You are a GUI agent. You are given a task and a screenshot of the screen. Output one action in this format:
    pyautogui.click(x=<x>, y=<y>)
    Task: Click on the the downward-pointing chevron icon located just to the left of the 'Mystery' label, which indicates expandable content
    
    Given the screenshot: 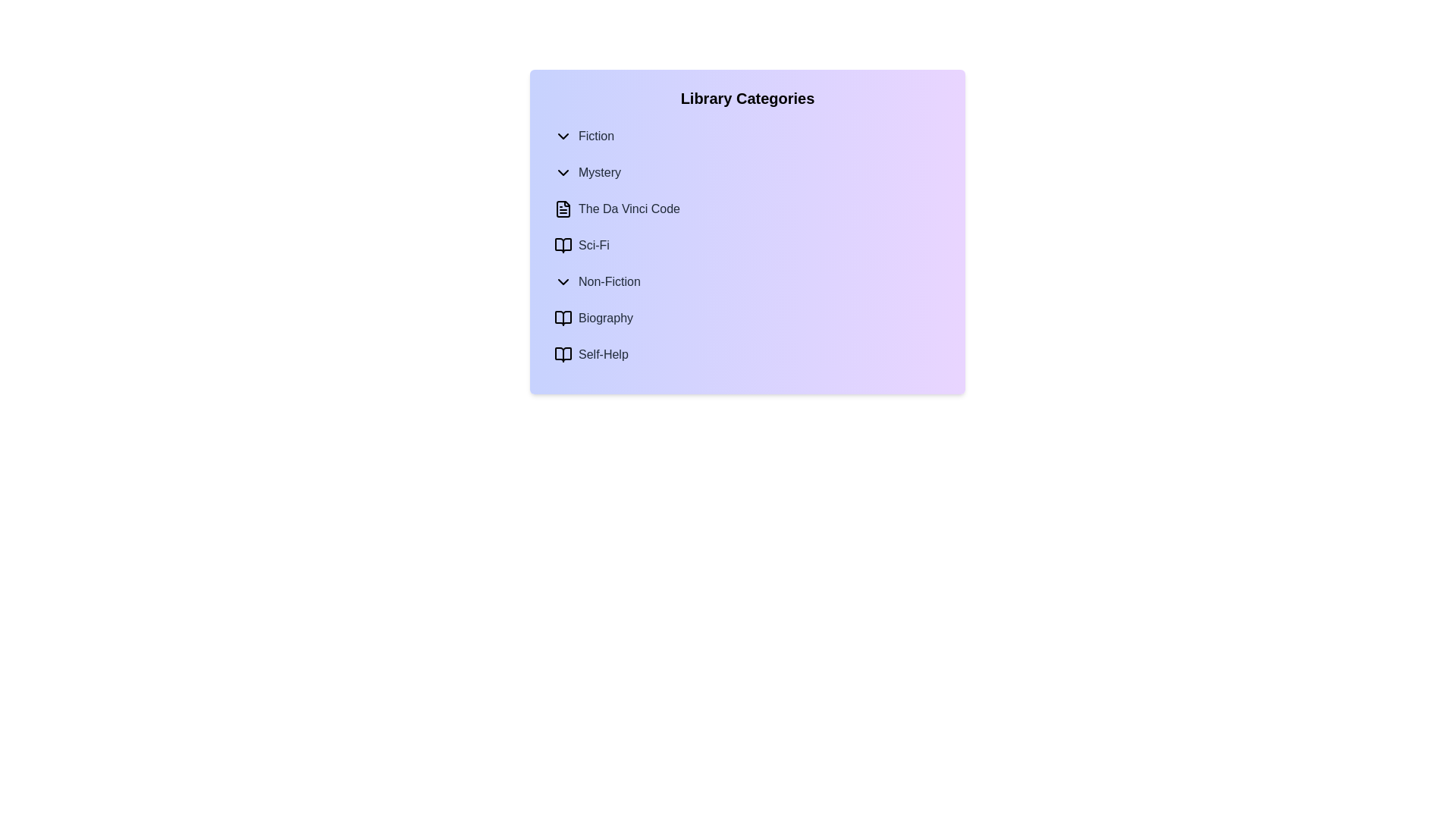 What is the action you would take?
    pyautogui.click(x=563, y=171)
    